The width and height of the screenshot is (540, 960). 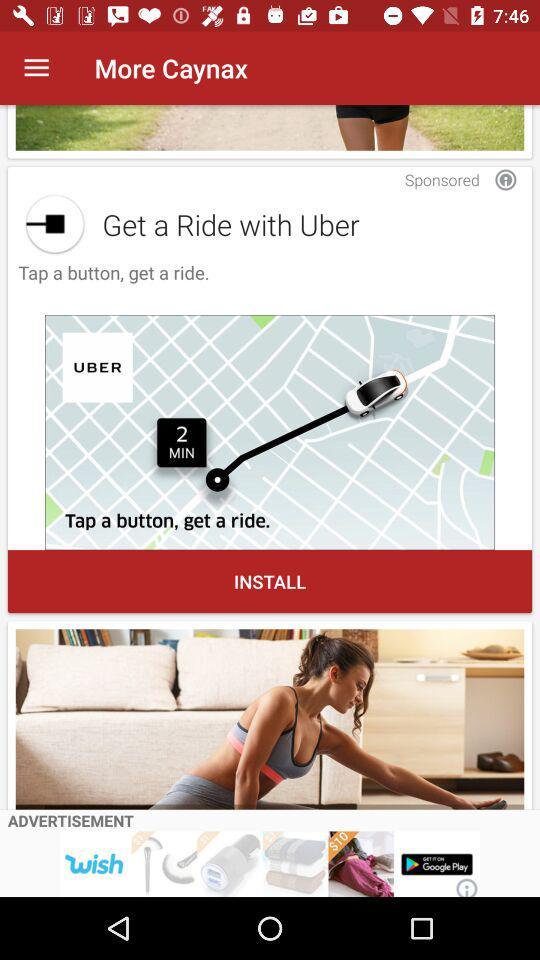 What do you see at coordinates (55, 224) in the screenshot?
I see `get a ride` at bounding box center [55, 224].